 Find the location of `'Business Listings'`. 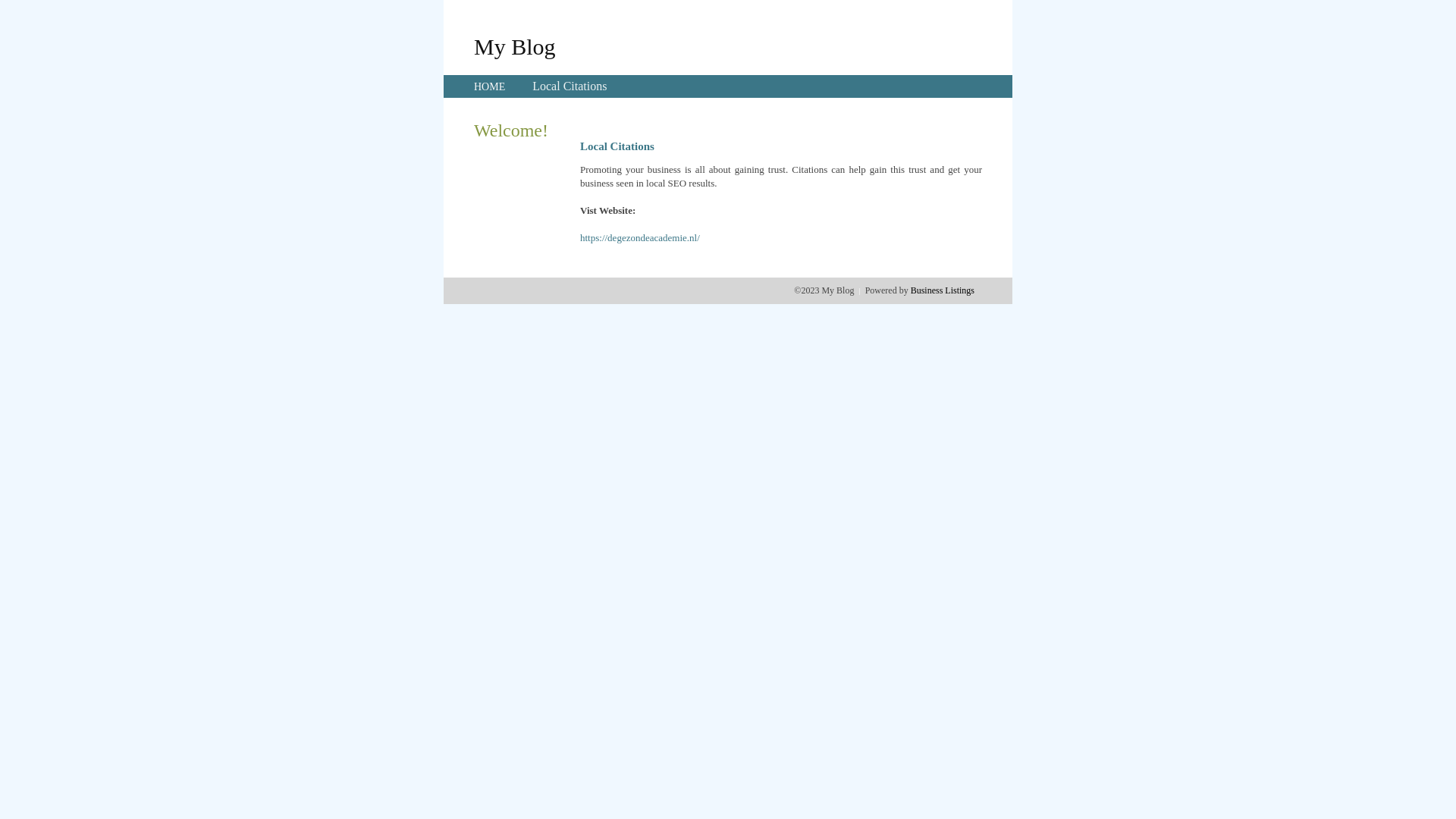

'Business Listings' is located at coordinates (942, 290).